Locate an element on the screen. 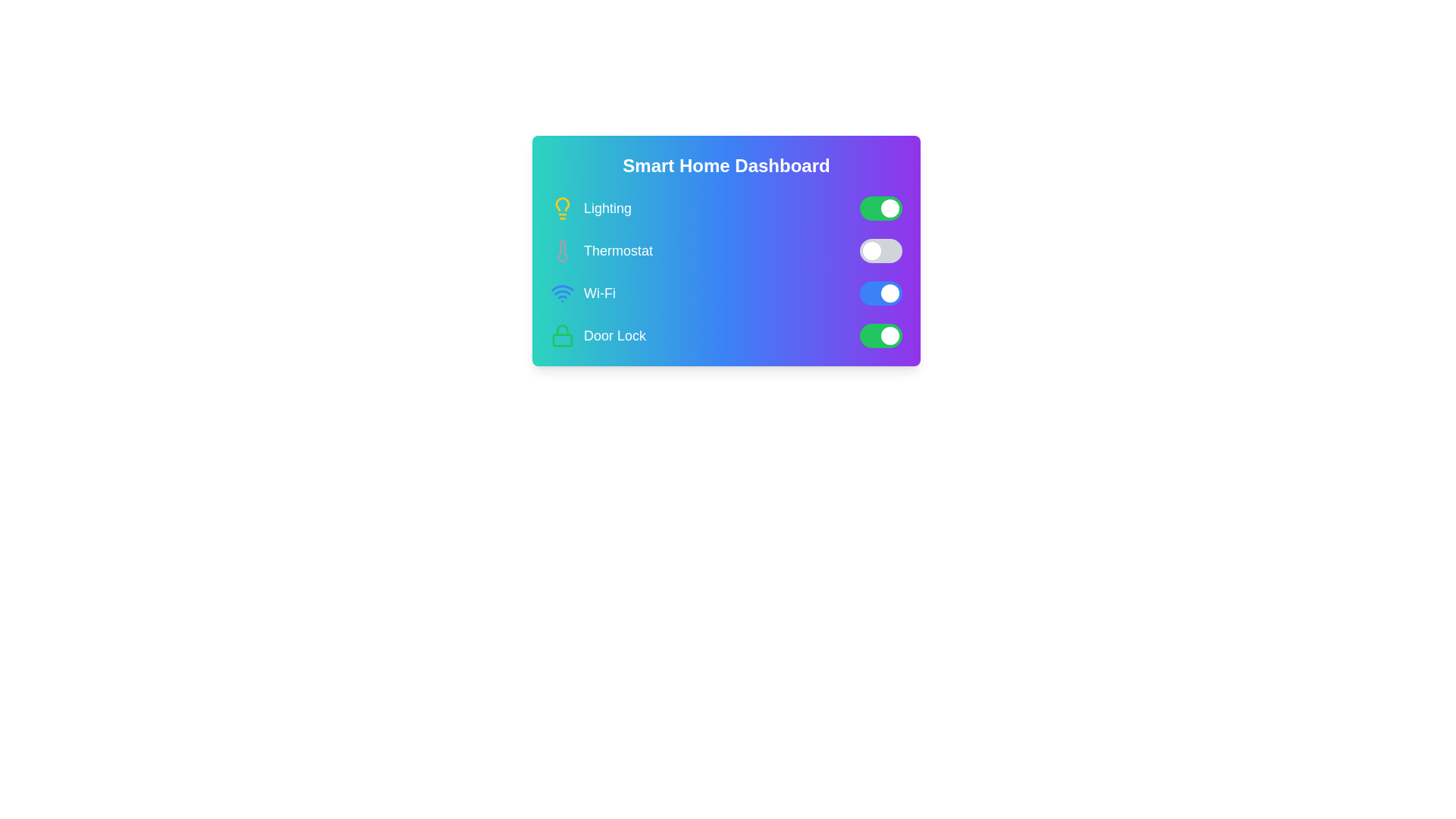  the text label displaying 'Lighting', which is styled in a medium-weight font and is part of a group layout with a yellow lightbulb icon, located in the Smart Home Dashboard is located at coordinates (607, 208).